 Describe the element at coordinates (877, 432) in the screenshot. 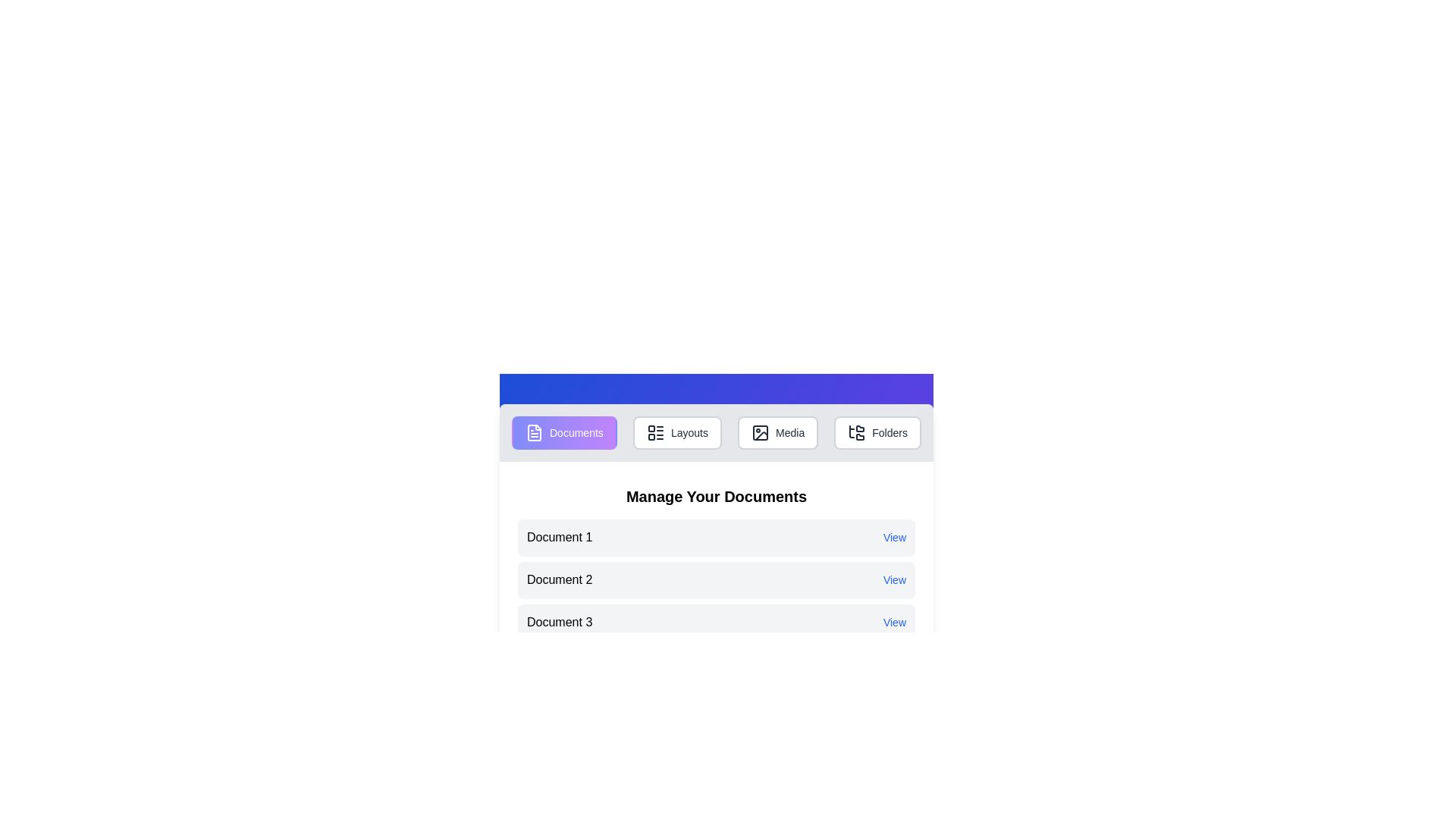

I see `the navigational button with text and an icon that is the fourth button in a horizontal list of tabs, located to the right of the 'Media' tab` at that location.